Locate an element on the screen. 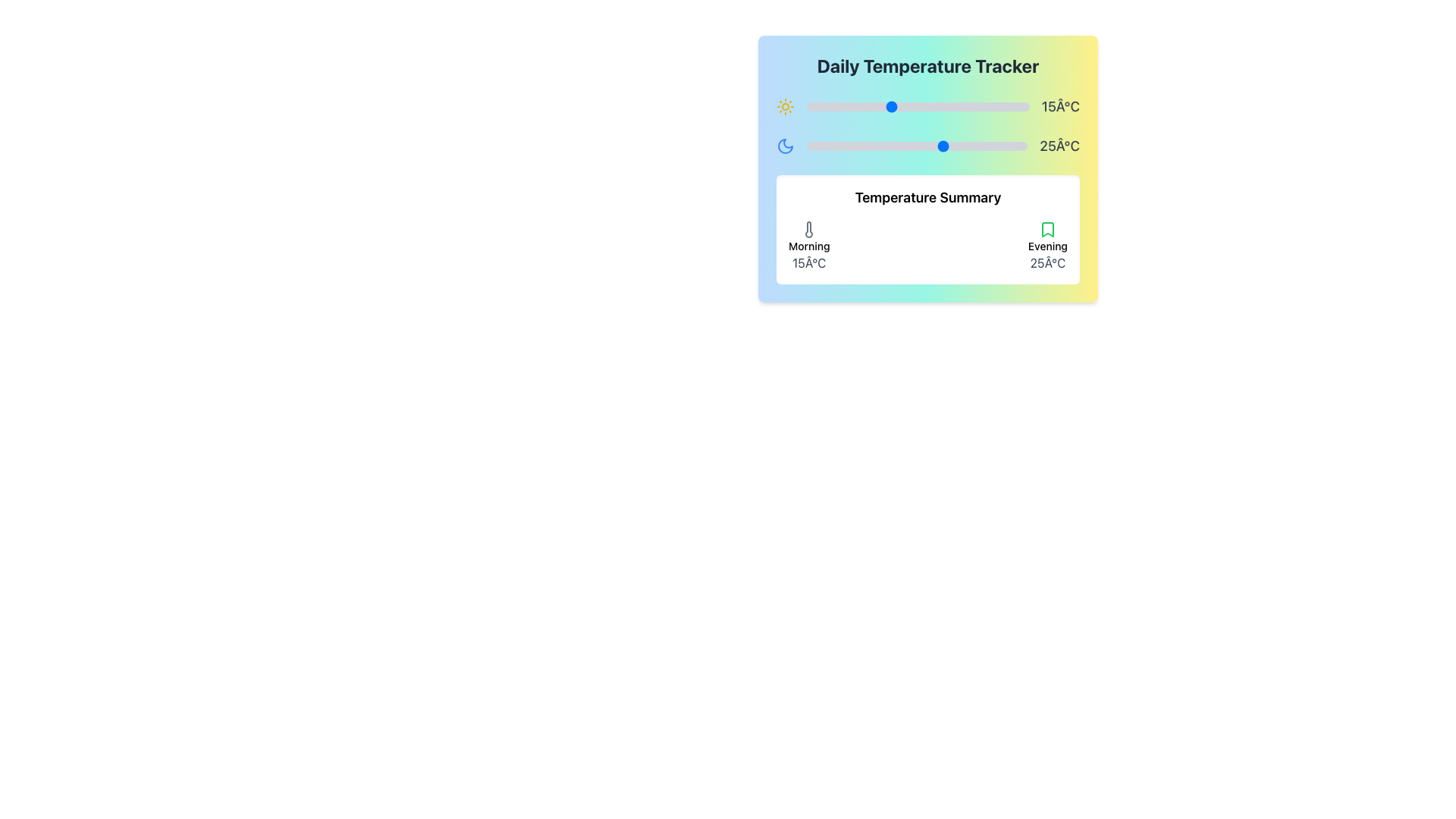 This screenshot has height=819, width=1456. the slider located centrally beneath the sun icon and next to the numerical value '15°C' to reposition its handle is located at coordinates (917, 106).